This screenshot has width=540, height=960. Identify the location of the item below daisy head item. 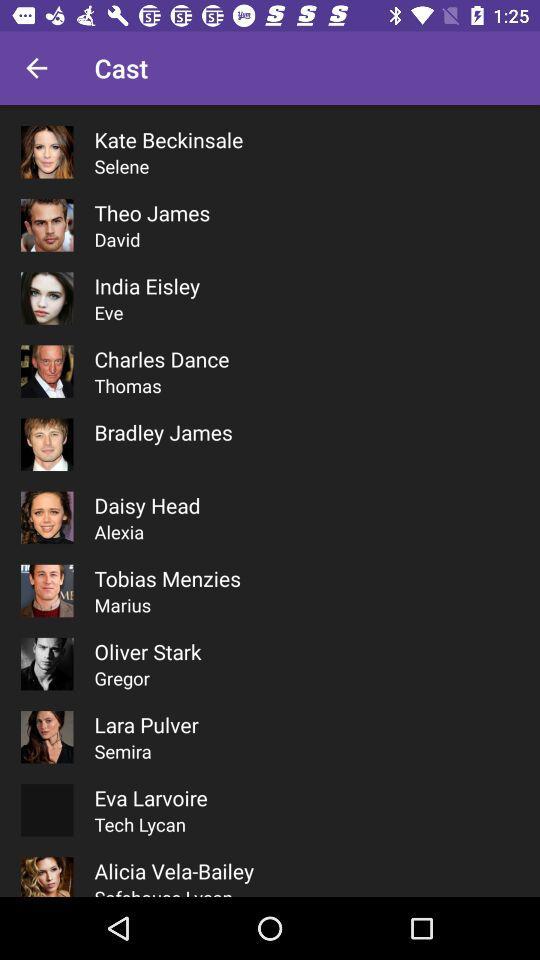
(119, 531).